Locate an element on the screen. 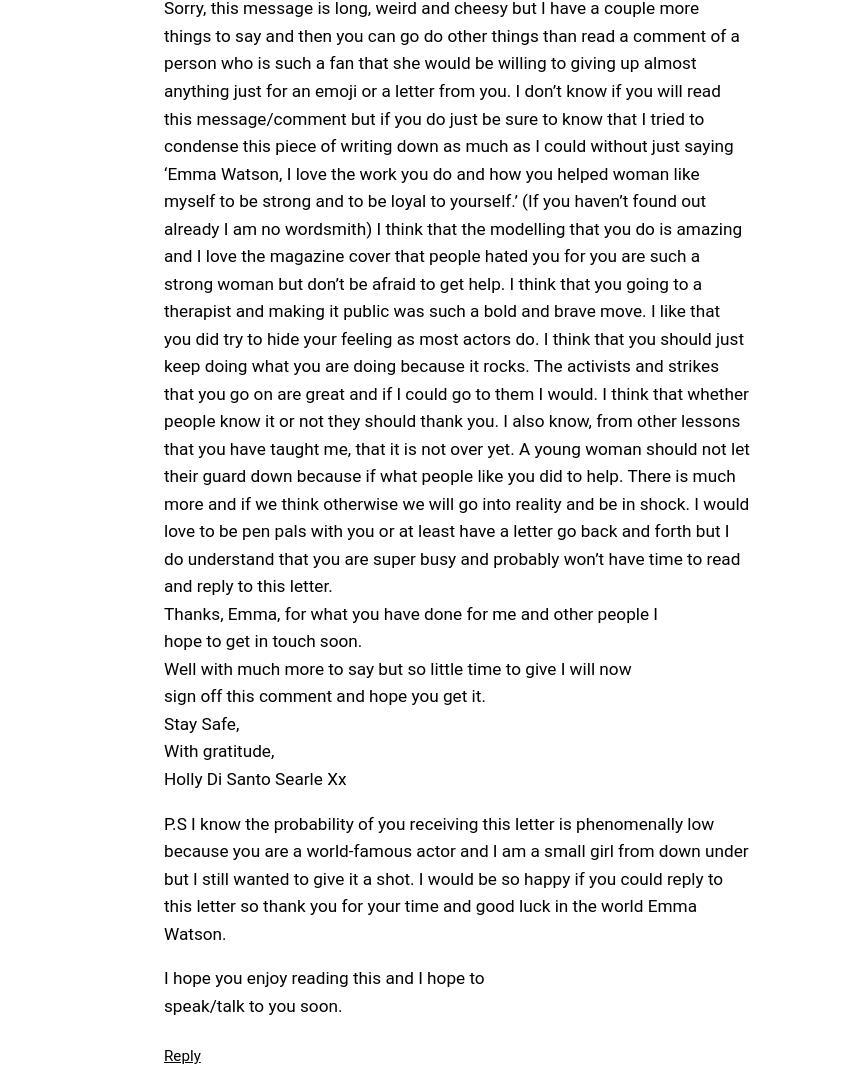 The height and width of the screenshot is (1074, 850). 'speak/talk to you soon.' is located at coordinates (163, 1004).